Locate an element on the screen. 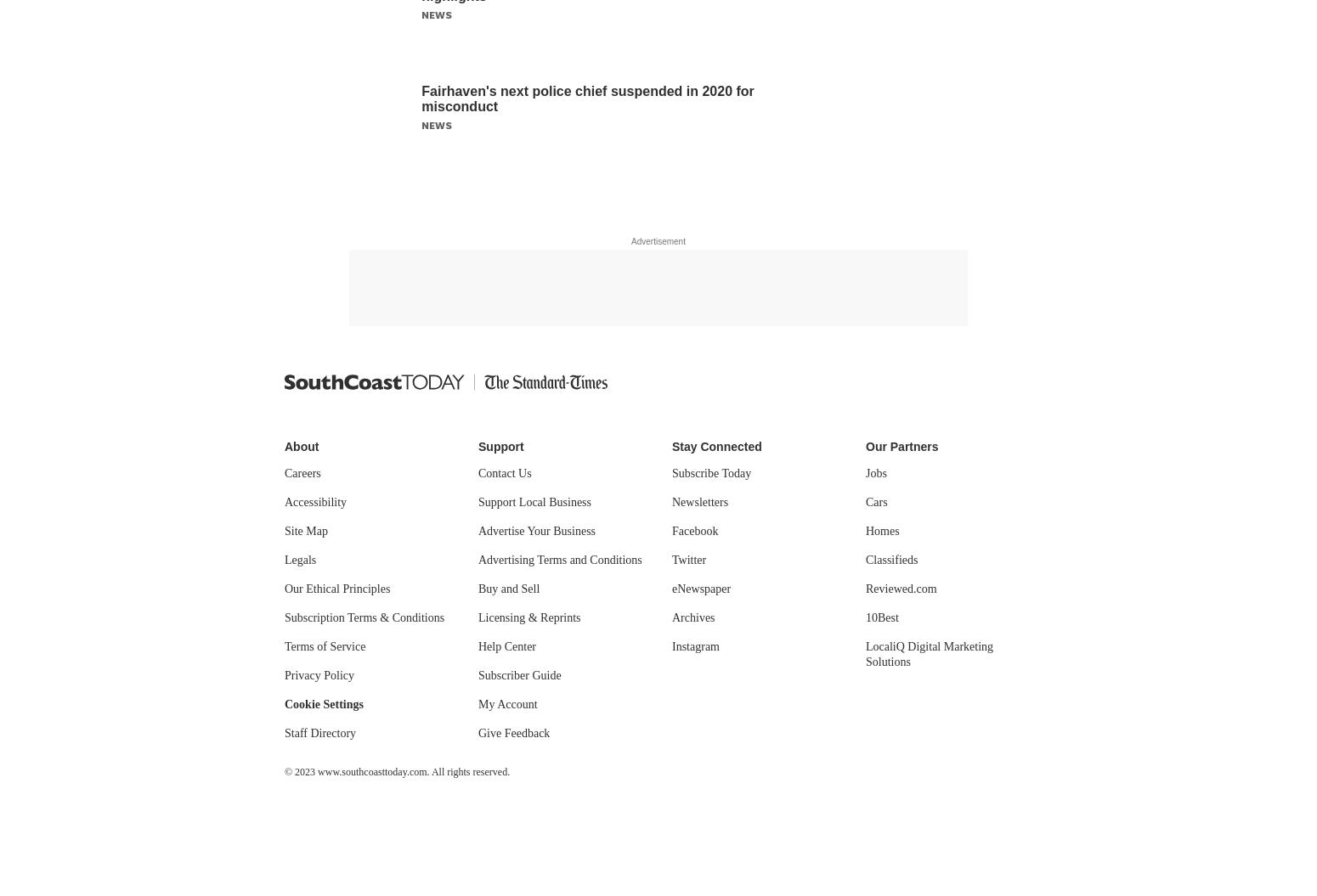  'Staff Directory' is located at coordinates (319, 733).